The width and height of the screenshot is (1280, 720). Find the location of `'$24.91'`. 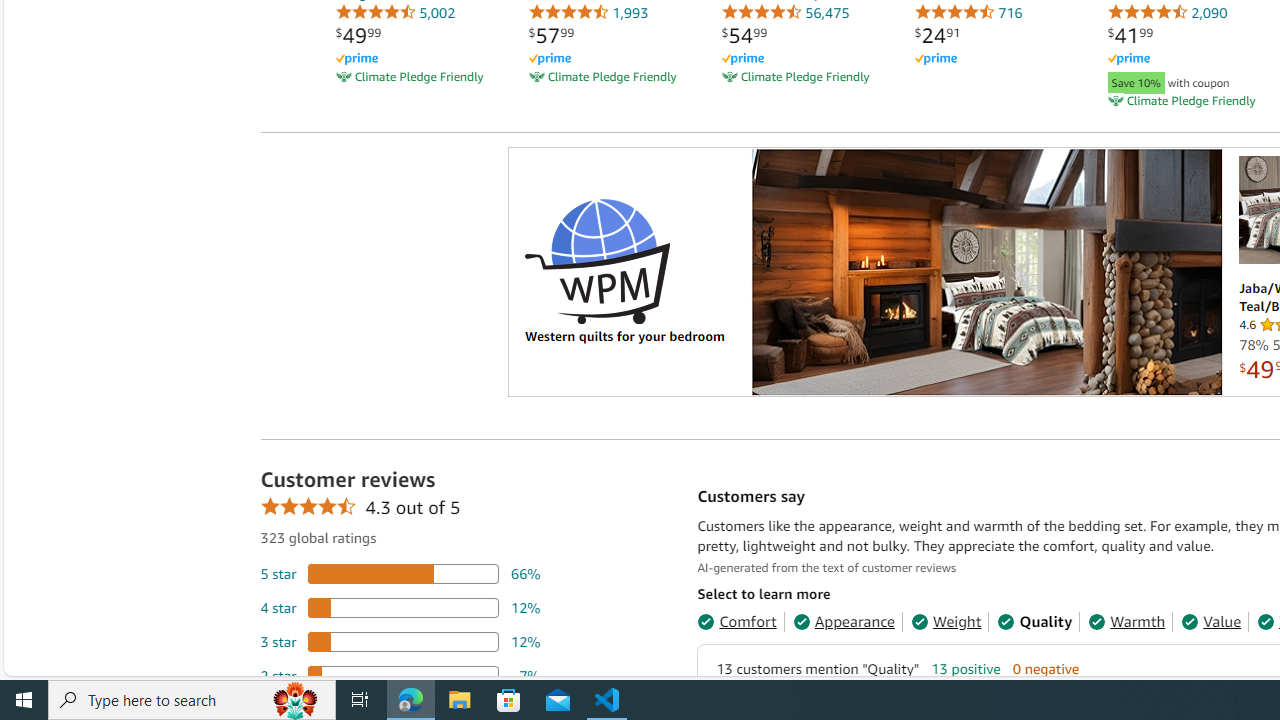

'$24.91' is located at coordinates (936, 35).